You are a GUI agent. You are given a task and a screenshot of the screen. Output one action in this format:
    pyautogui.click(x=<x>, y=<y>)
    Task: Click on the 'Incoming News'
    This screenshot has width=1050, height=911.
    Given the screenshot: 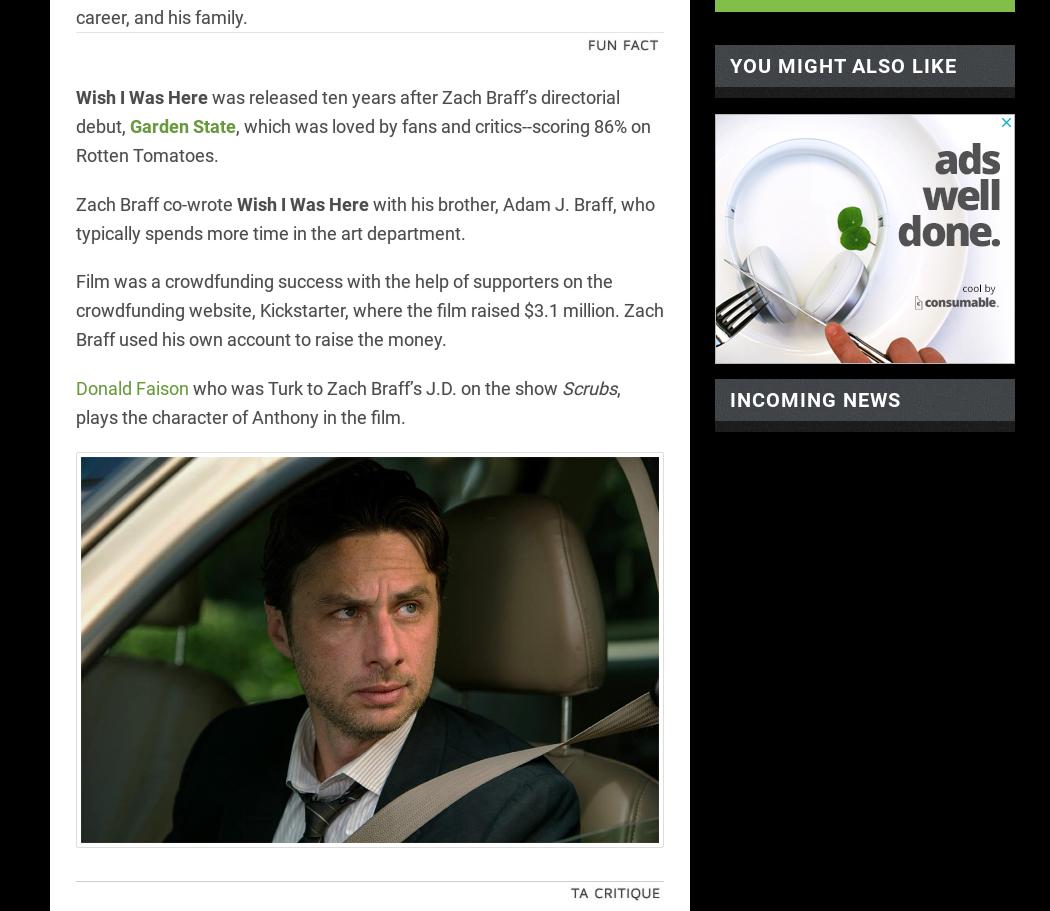 What is the action you would take?
    pyautogui.click(x=814, y=399)
    